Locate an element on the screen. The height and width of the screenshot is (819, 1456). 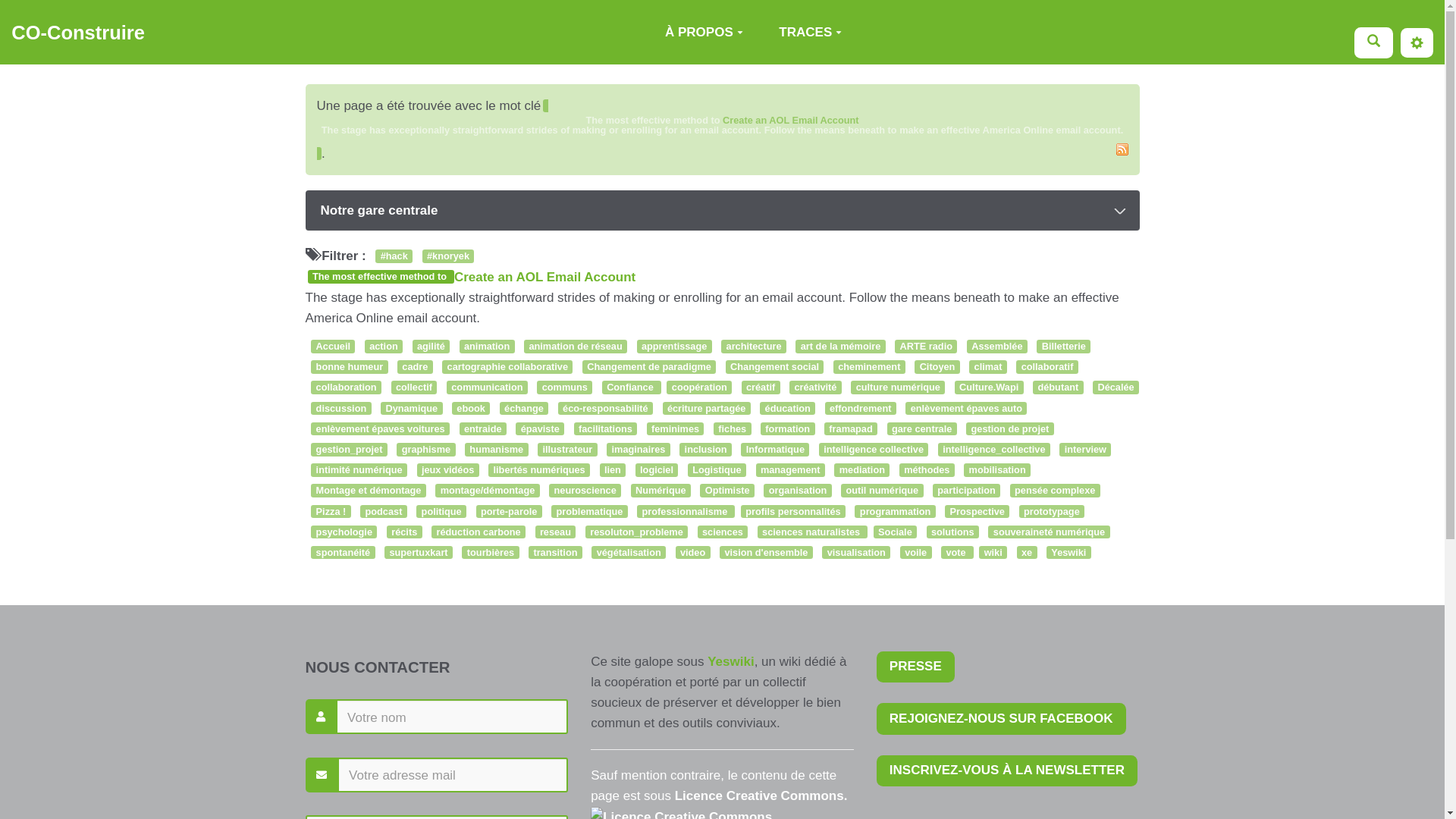
'Culture.Wapi' is located at coordinates (989, 386).